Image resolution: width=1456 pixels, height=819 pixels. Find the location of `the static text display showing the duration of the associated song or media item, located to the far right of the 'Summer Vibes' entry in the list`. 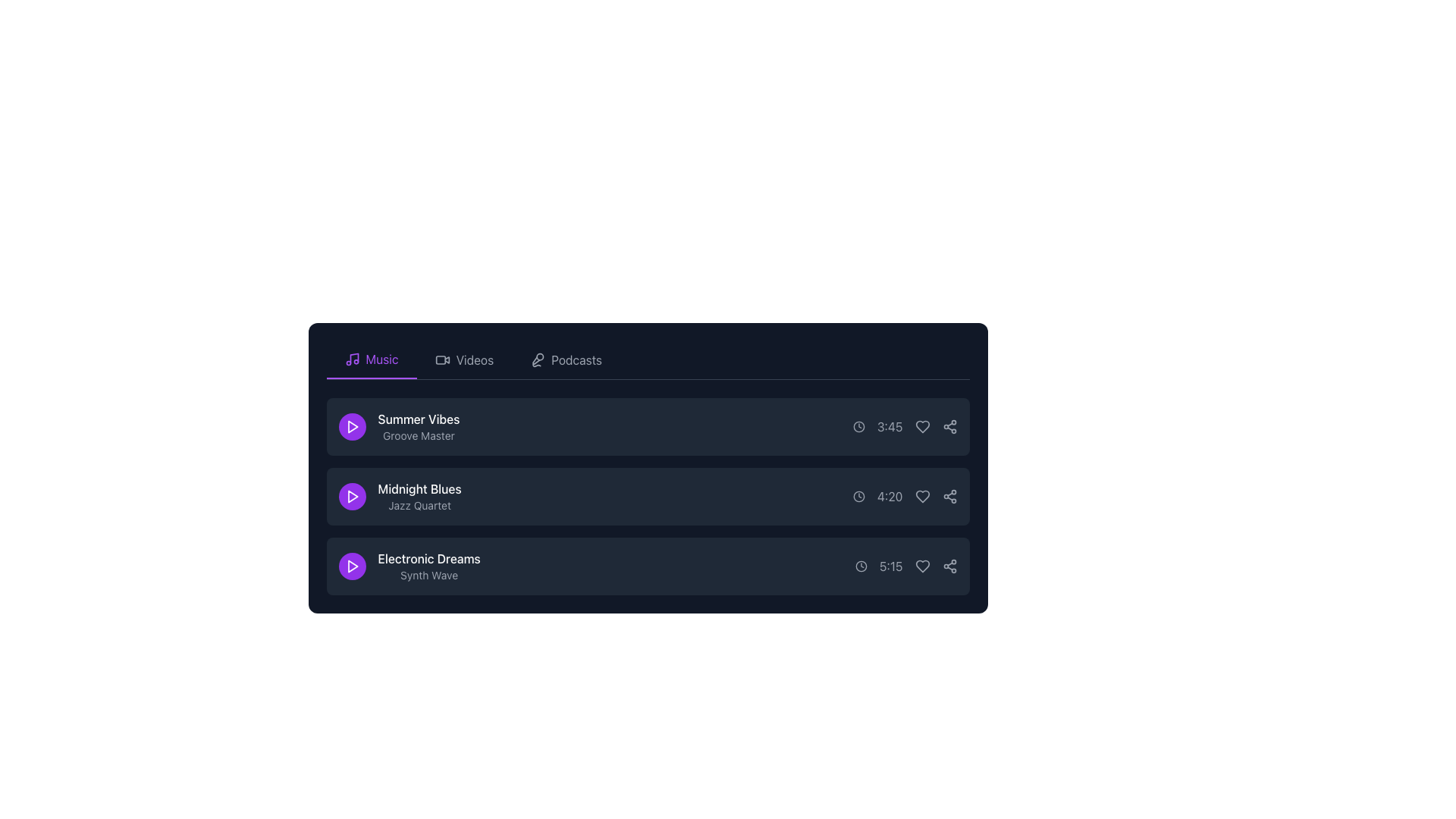

the static text display showing the duration of the associated song or media item, located to the far right of the 'Summer Vibes' entry in the list is located at coordinates (905, 427).